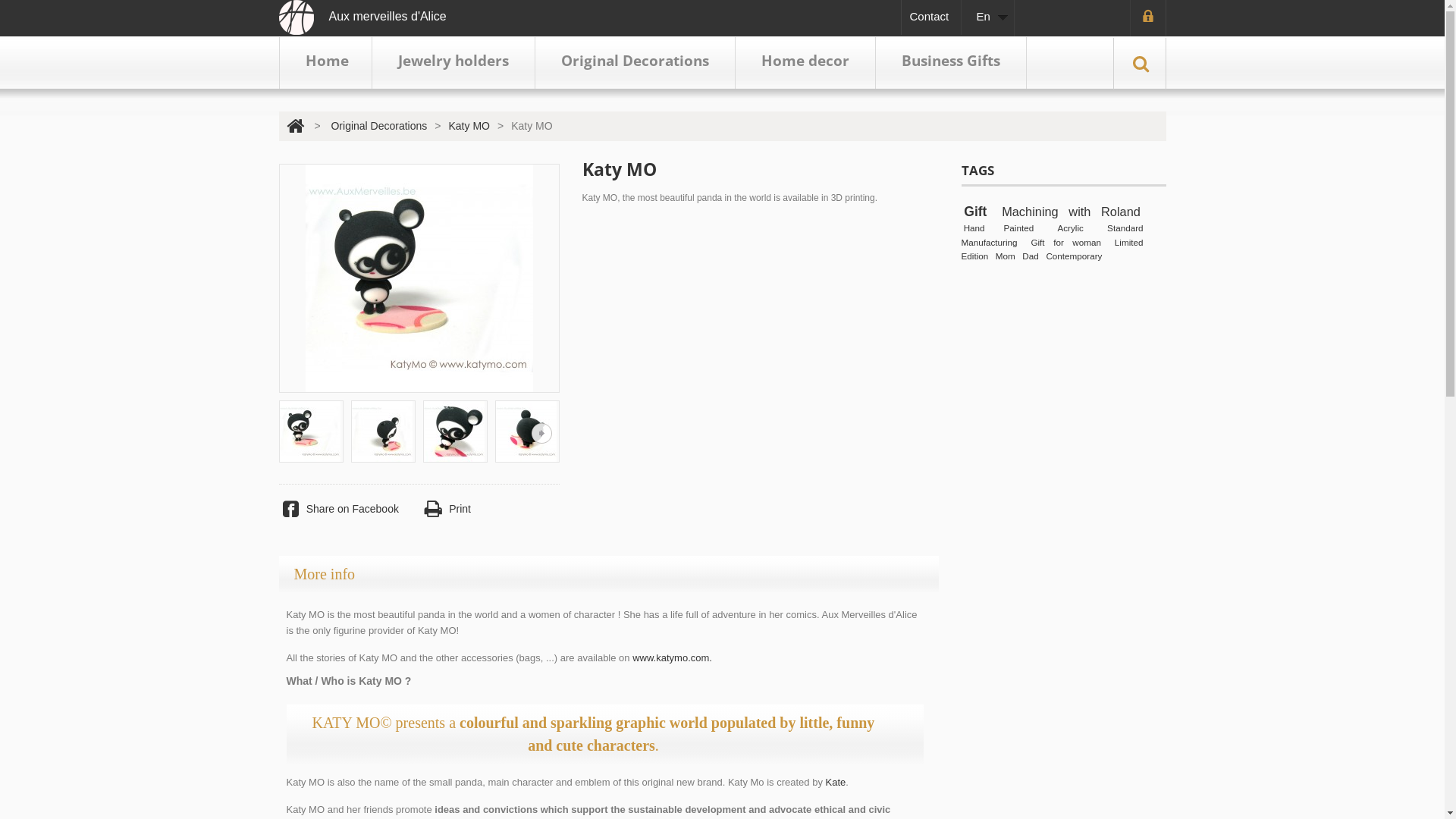 This screenshot has width=1456, height=819. What do you see at coordinates (337, 509) in the screenshot?
I see `'Share on Facebook'` at bounding box center [337, 509].